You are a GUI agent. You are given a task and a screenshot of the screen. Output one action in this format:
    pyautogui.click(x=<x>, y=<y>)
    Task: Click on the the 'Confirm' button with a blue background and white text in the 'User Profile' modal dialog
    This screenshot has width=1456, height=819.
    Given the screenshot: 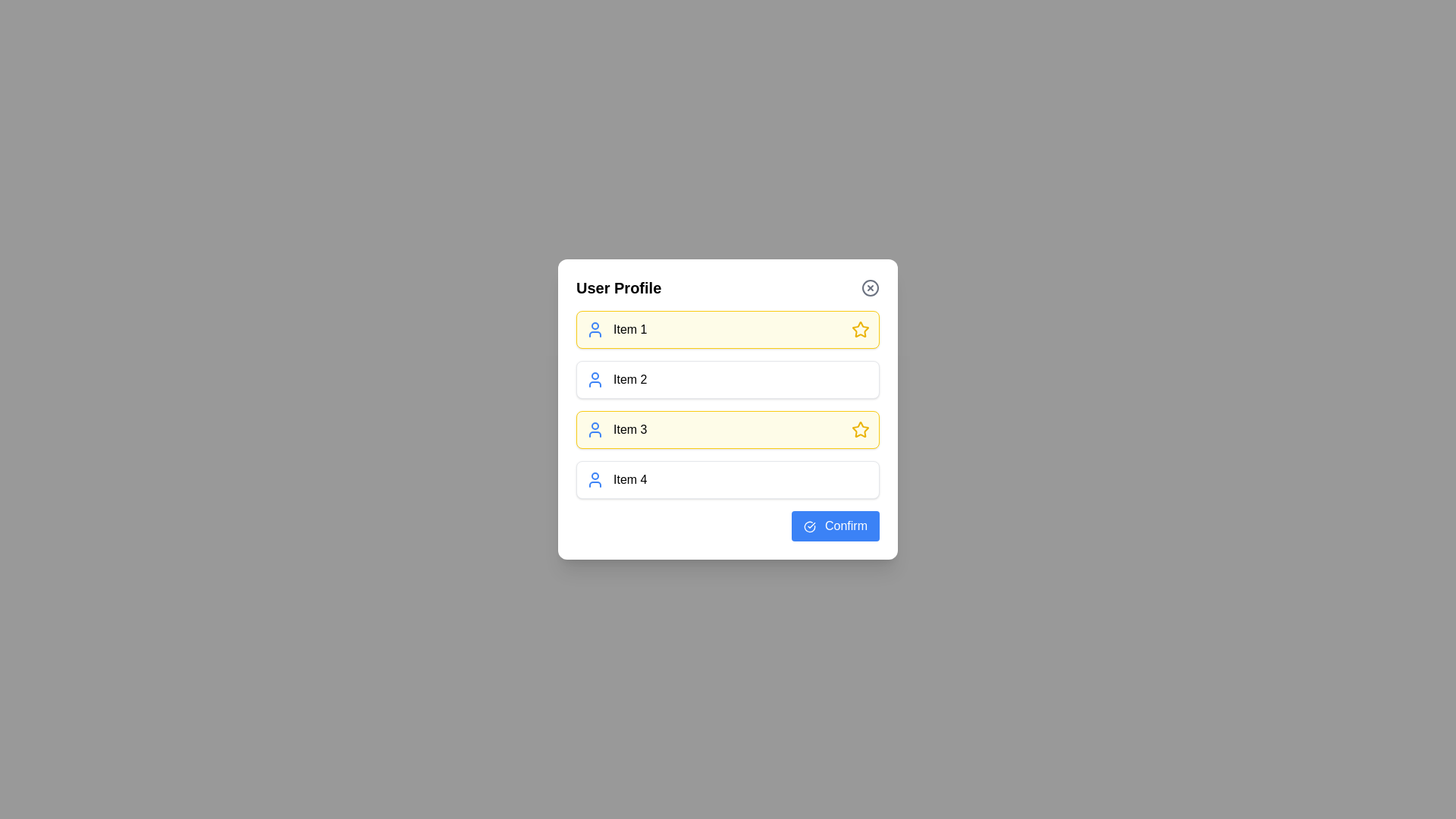 What is the action you would take?
    pyautogui.click(x=834, y=526)
    